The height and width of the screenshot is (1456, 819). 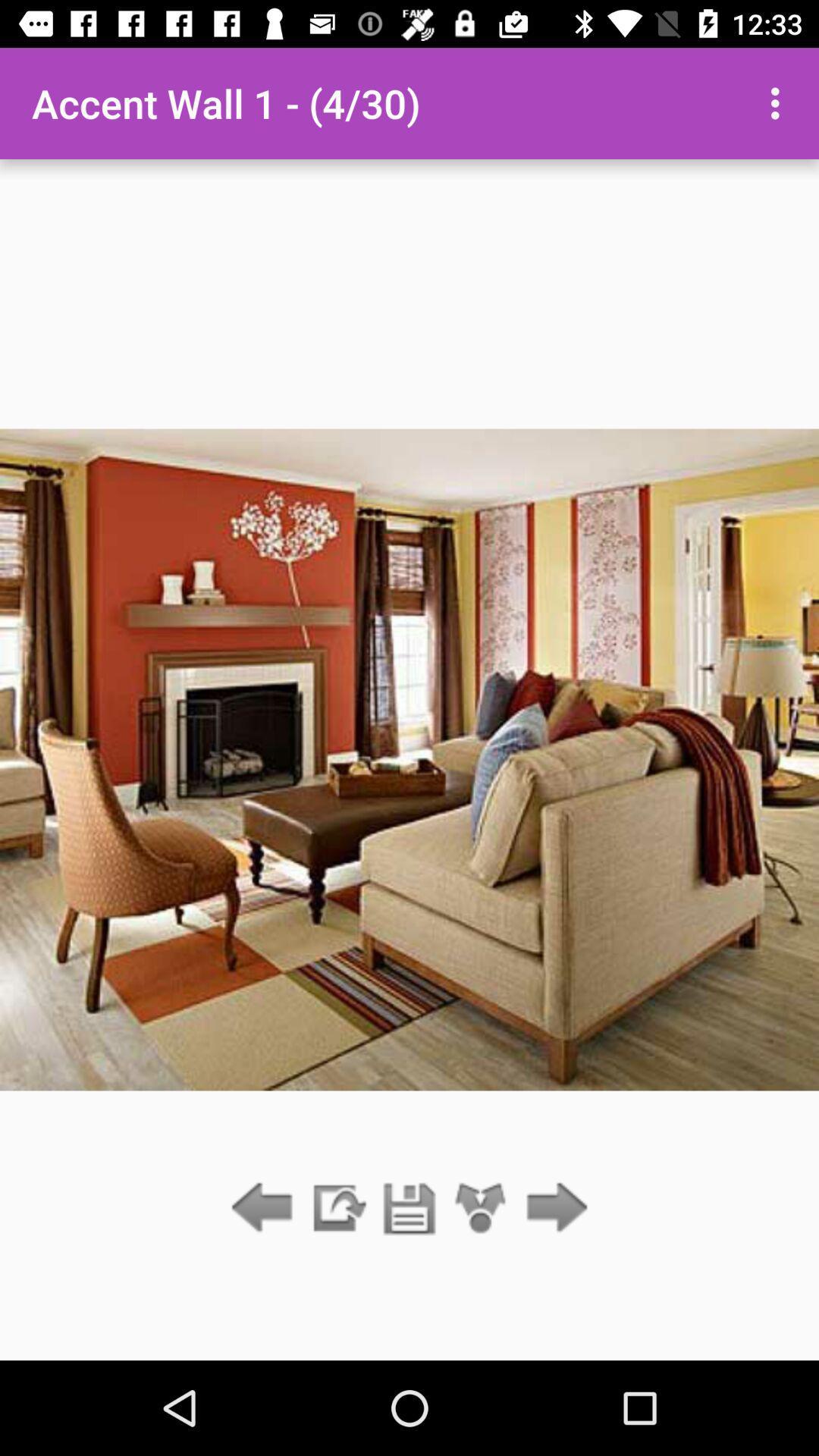 What do you see at coordinates (265, 1208) in the screenshot?
I see `return to previous selection` at bounding box center [265, 1208].